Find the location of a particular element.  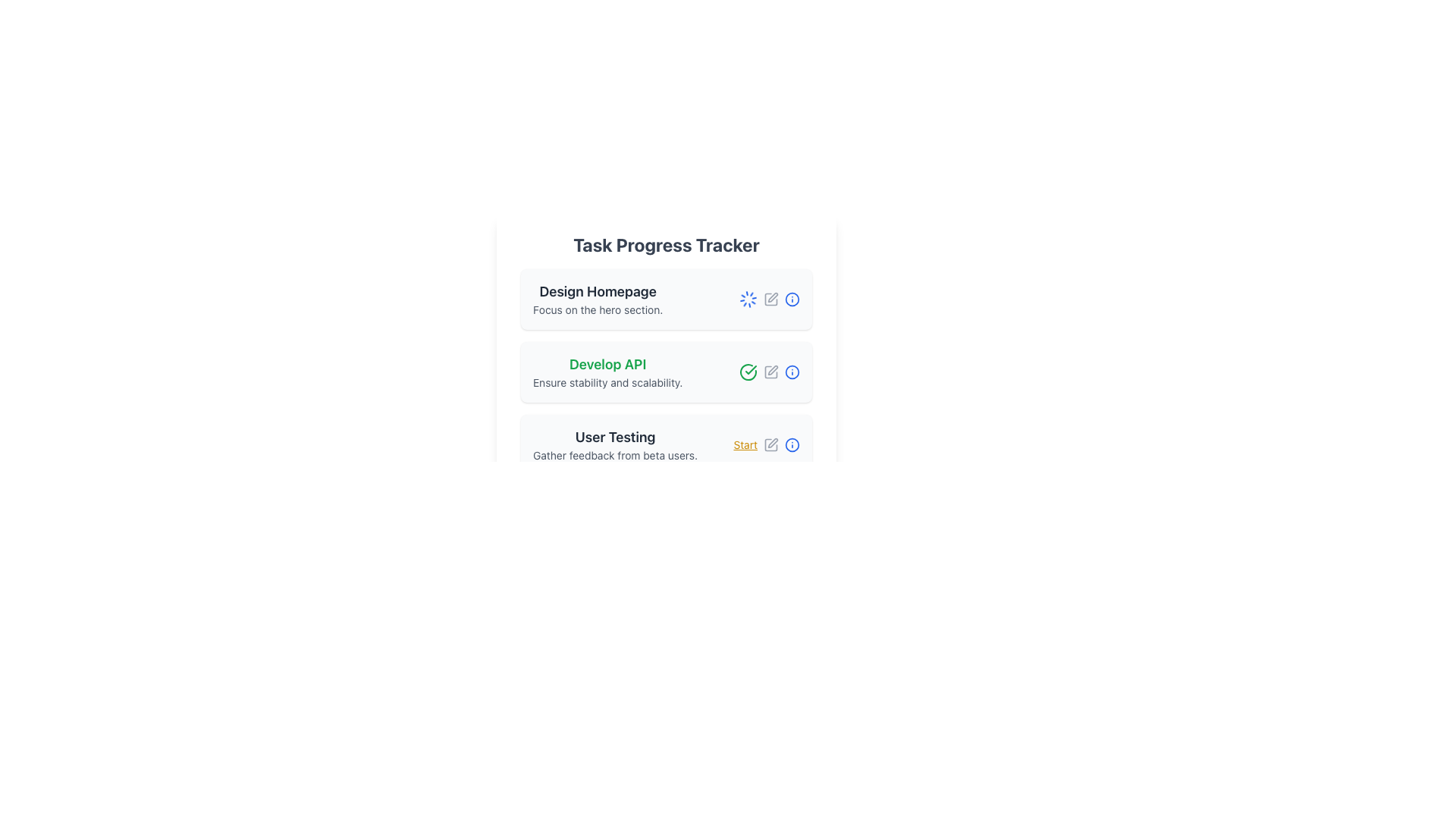

the green outlined circle icon with a checkmark indicating task completion next to the 'Develop API' task in the progress tracker is located at coordinates (748, 372).